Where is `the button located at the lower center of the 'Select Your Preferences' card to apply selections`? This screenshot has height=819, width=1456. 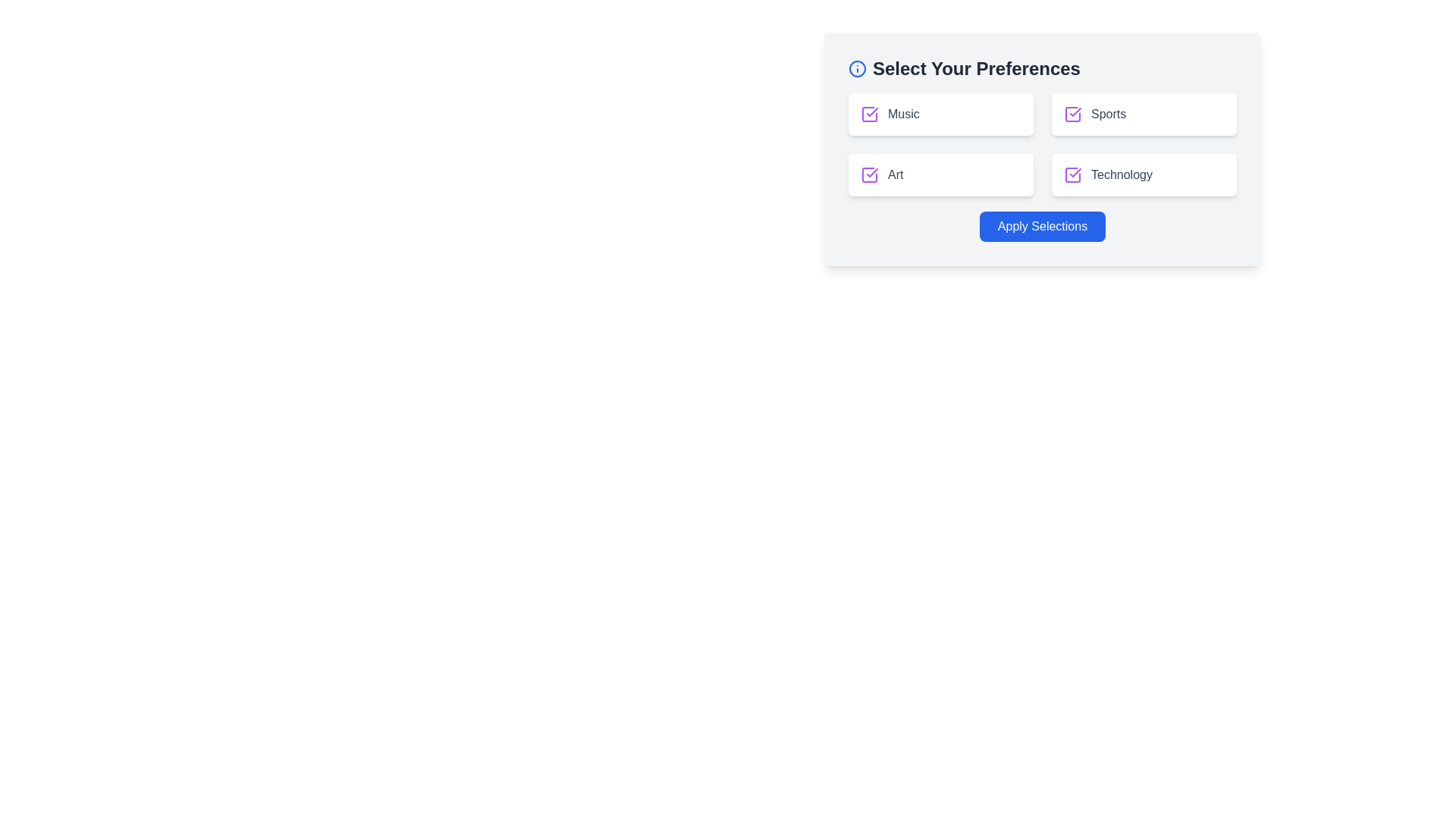 the button located at the lower center of the 'Select Your Preferences' card to apply selections is located at coordinates (1040, 227).